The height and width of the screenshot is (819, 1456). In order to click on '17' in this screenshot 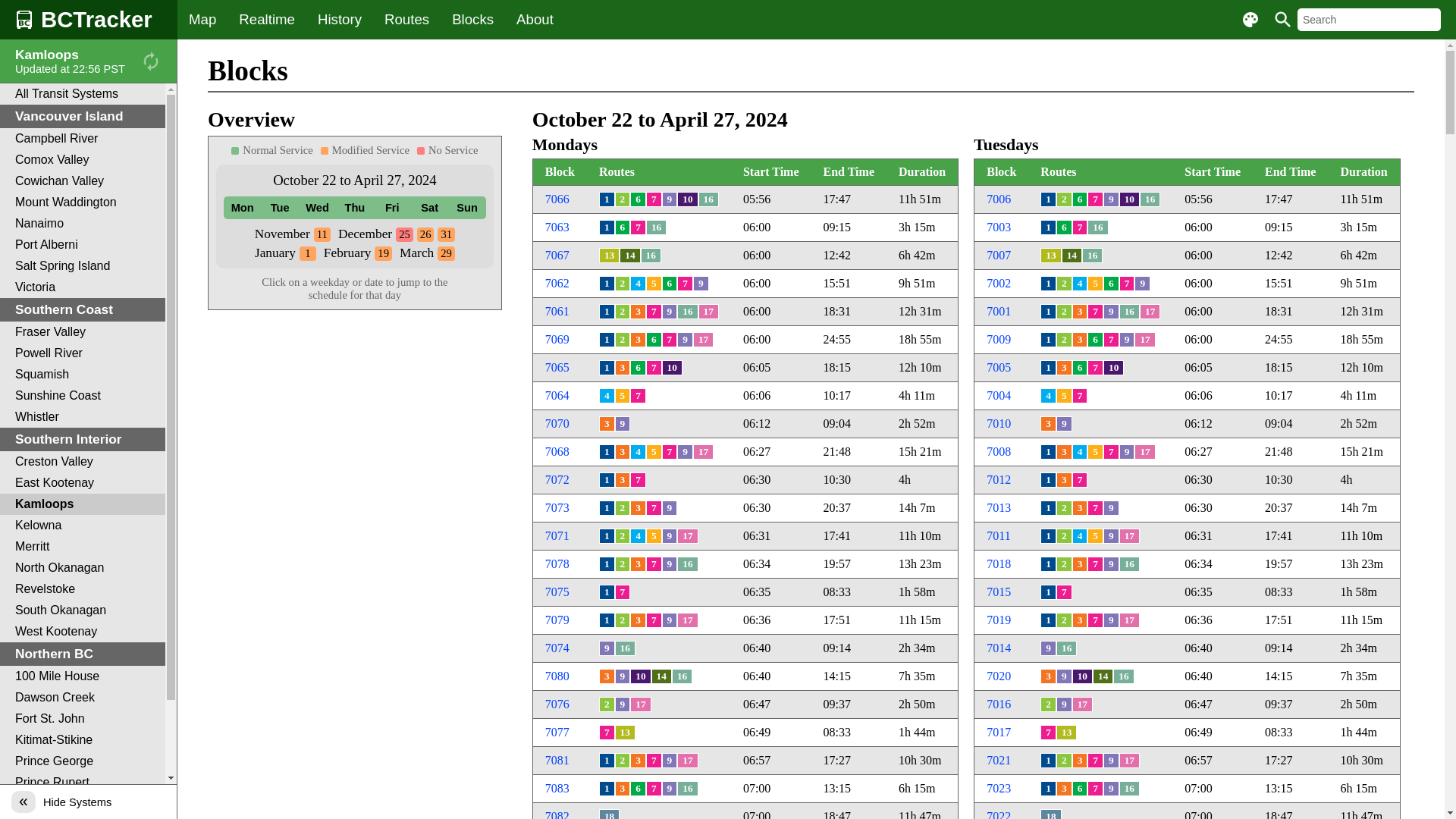, I will do `click(1129, 760)`.